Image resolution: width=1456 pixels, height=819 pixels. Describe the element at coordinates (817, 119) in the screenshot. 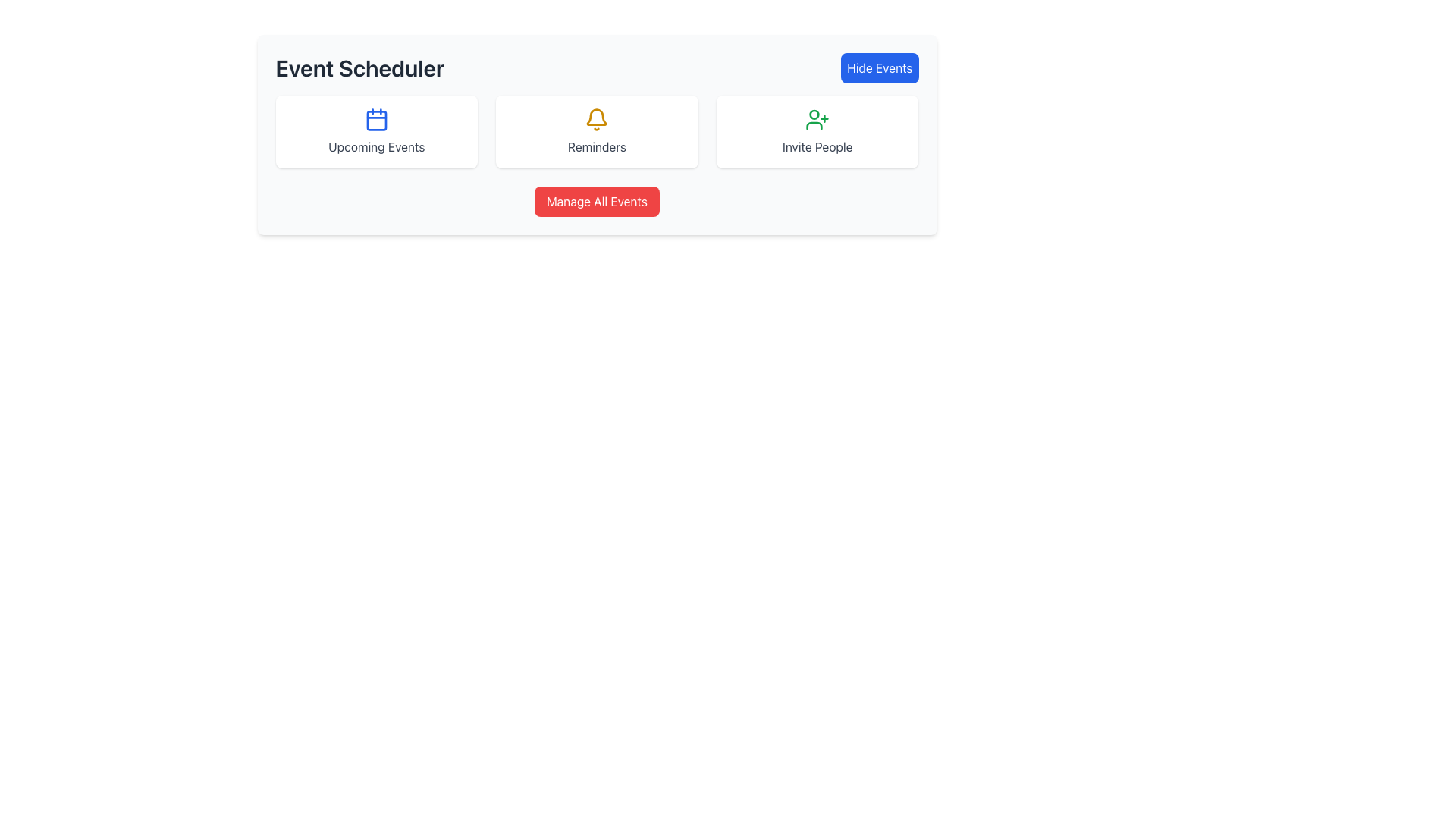

I see `the green user silhouette icon with a '+' symbol to initiate user invitation, located in the 'Invite People' card` at that location.